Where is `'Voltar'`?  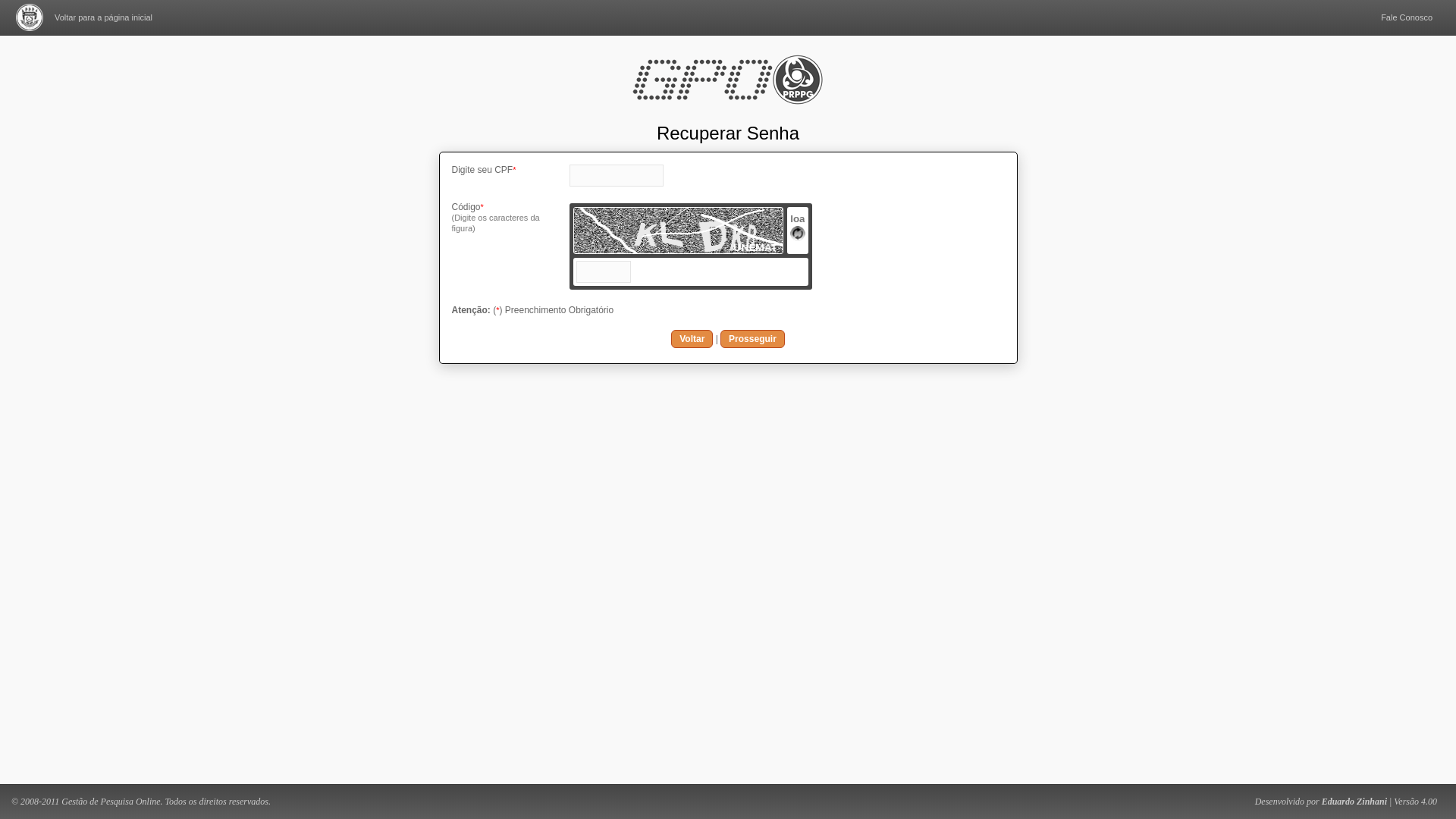 'Voltar' is located at coordinates (691, 338).